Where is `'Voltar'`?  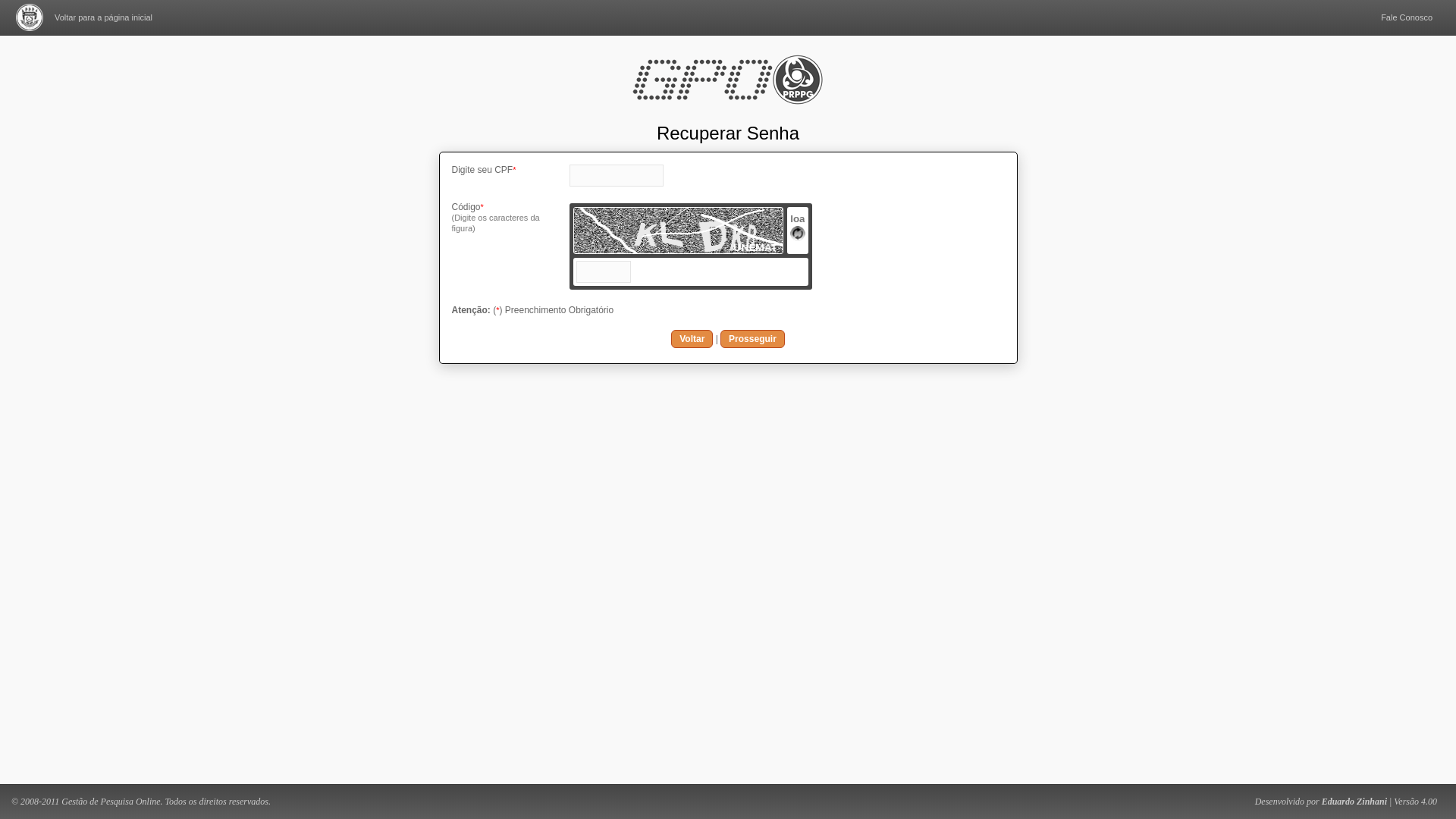 'Voltar' is located at coordinates (691, 338).